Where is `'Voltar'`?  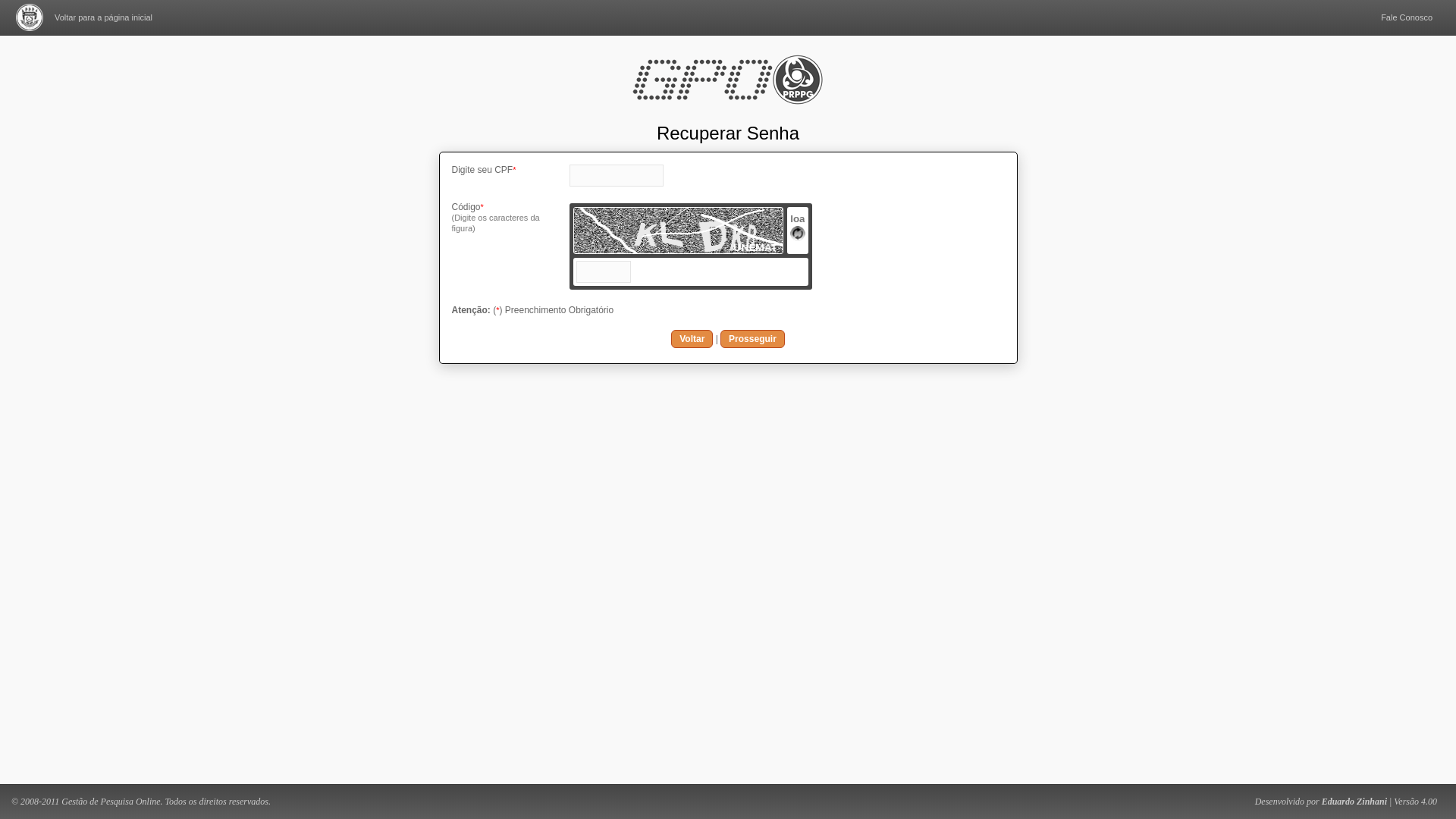 'Voltar' is located at coordinates (691, 338).